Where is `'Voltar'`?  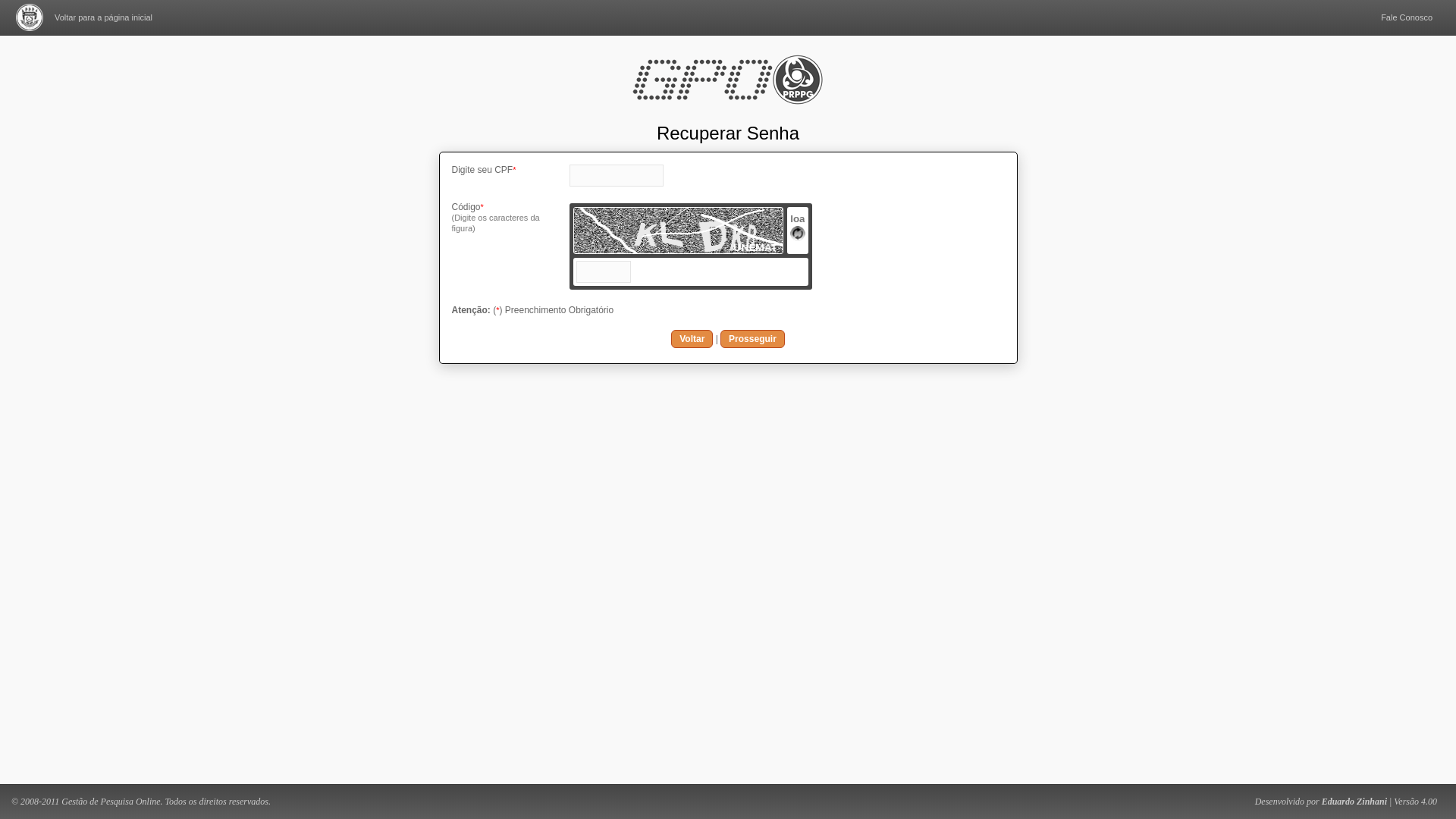 'Voltar' is located at coordinates (691, 338).